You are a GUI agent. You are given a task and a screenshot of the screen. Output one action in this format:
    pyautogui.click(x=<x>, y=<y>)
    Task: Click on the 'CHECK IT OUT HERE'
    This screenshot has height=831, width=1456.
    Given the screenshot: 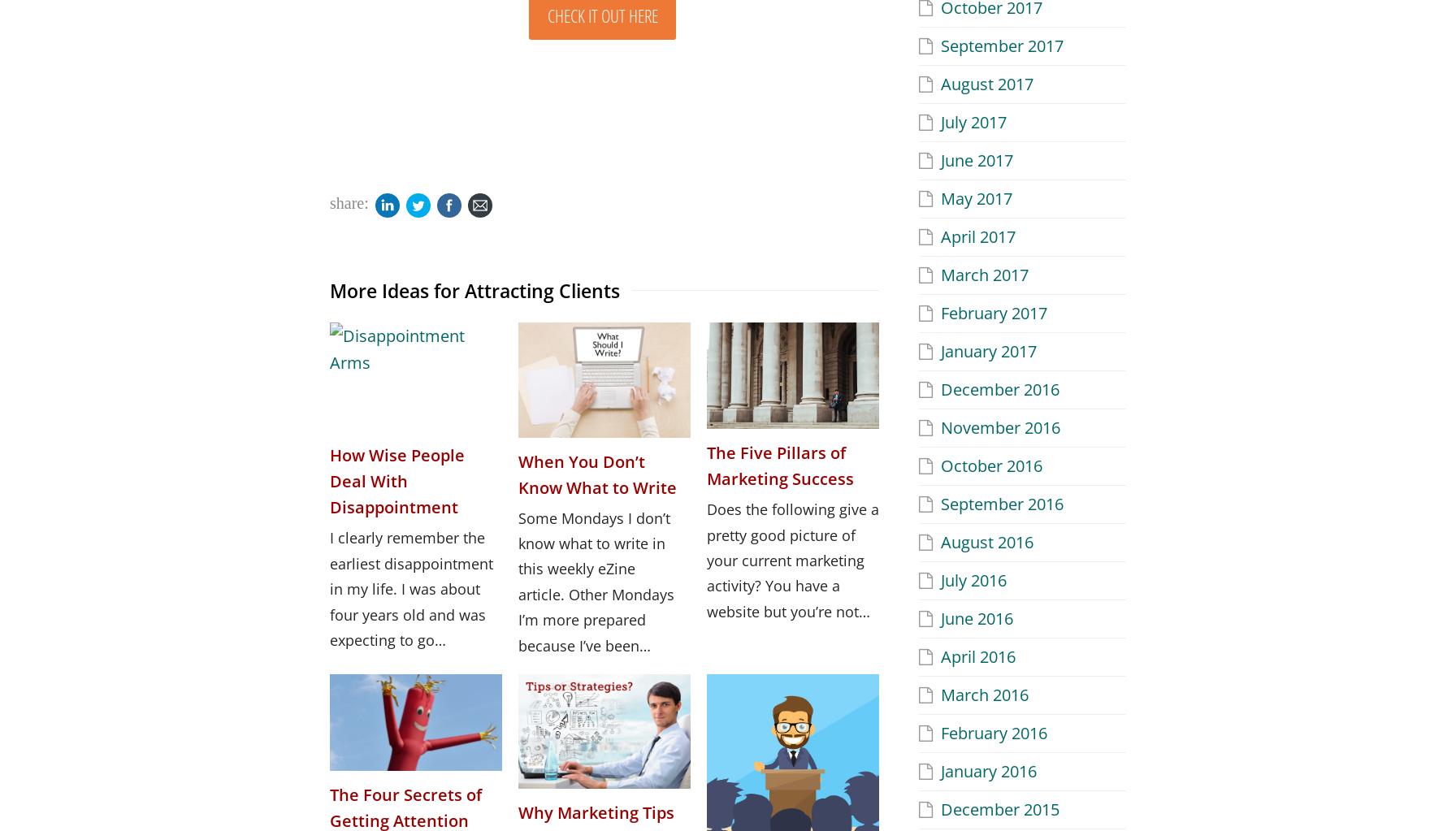 What is the action you would take?
    pyautogui.click(x=601, y=15)
    